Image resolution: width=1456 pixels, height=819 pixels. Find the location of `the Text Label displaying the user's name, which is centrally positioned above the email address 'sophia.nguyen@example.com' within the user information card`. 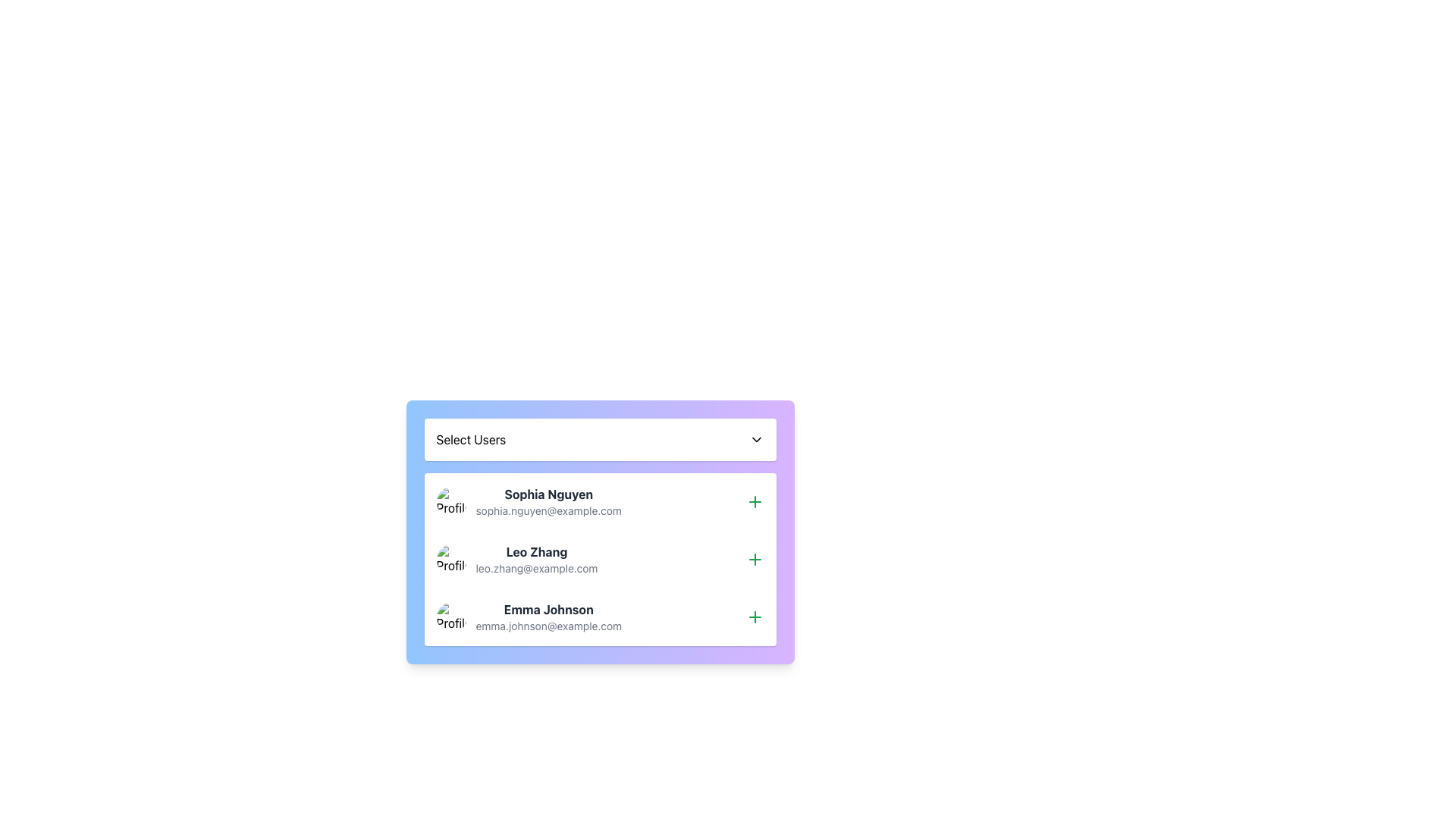

the Text Label displaying the user's name, which is centrally positioned above the email address 'sophia.nguyen@example.com' within the user information card is located at coordinates (548, 494).